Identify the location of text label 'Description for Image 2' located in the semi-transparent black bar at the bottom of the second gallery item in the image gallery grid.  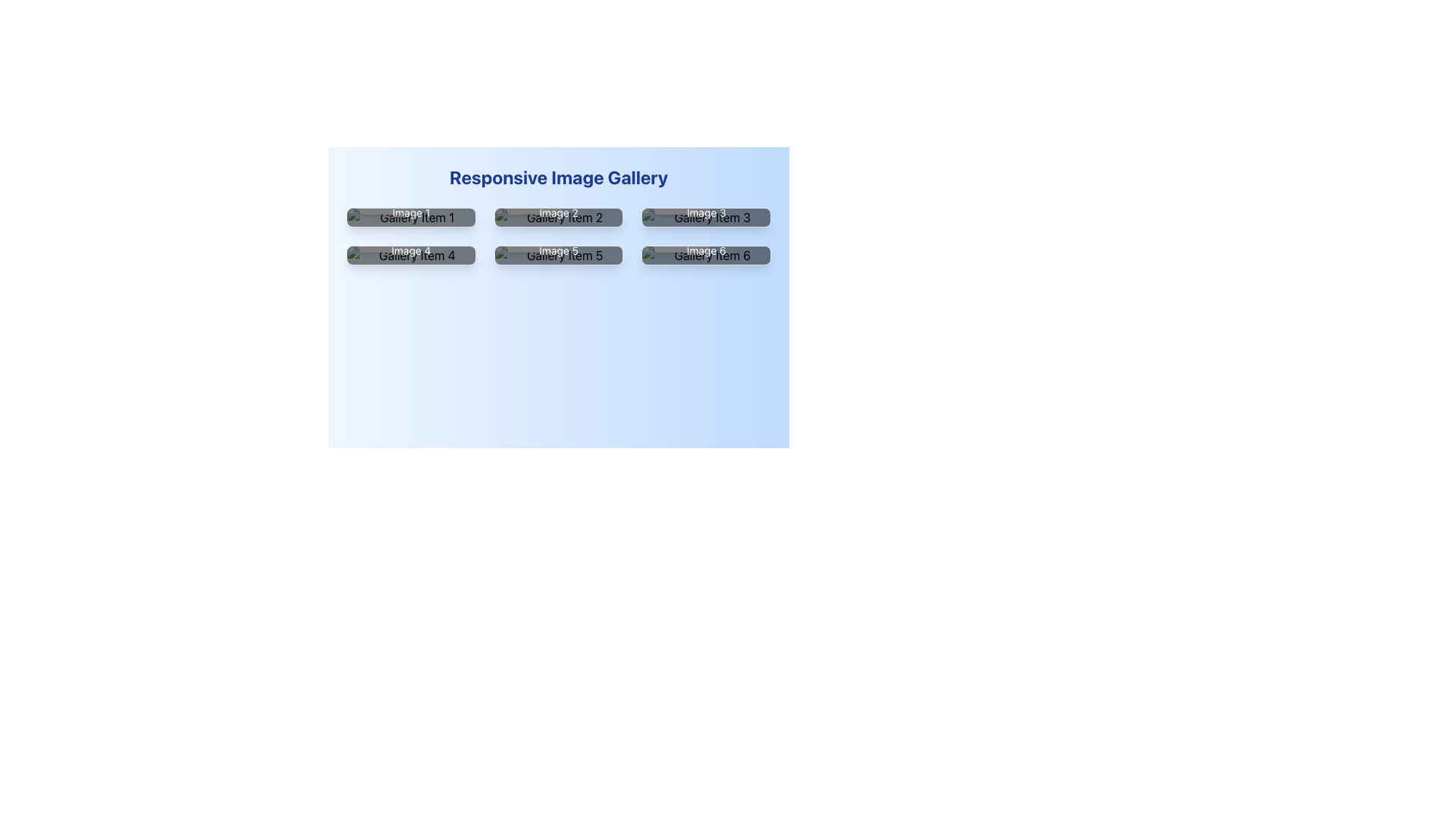
(557, 205).